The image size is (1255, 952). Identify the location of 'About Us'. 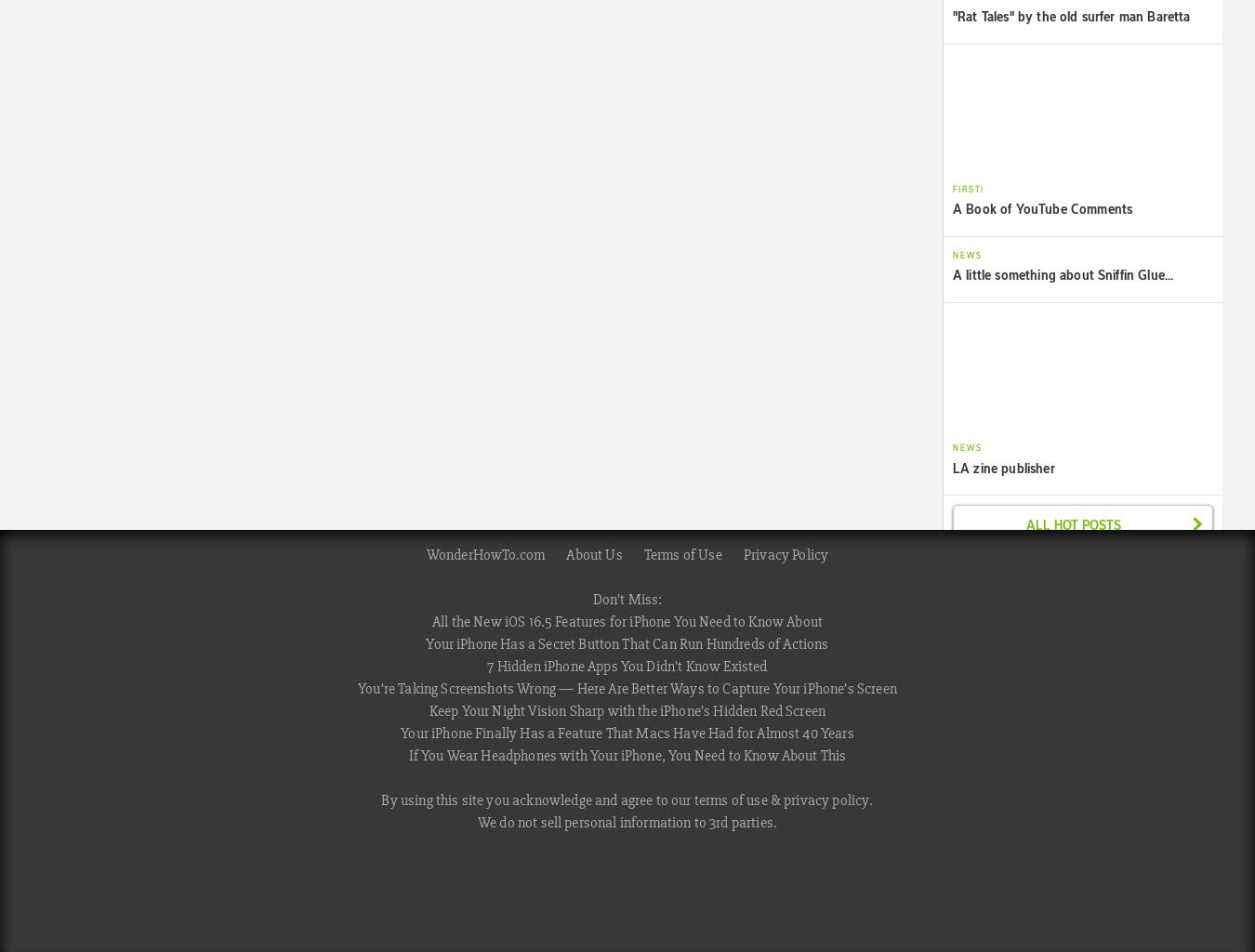
(593, 553).